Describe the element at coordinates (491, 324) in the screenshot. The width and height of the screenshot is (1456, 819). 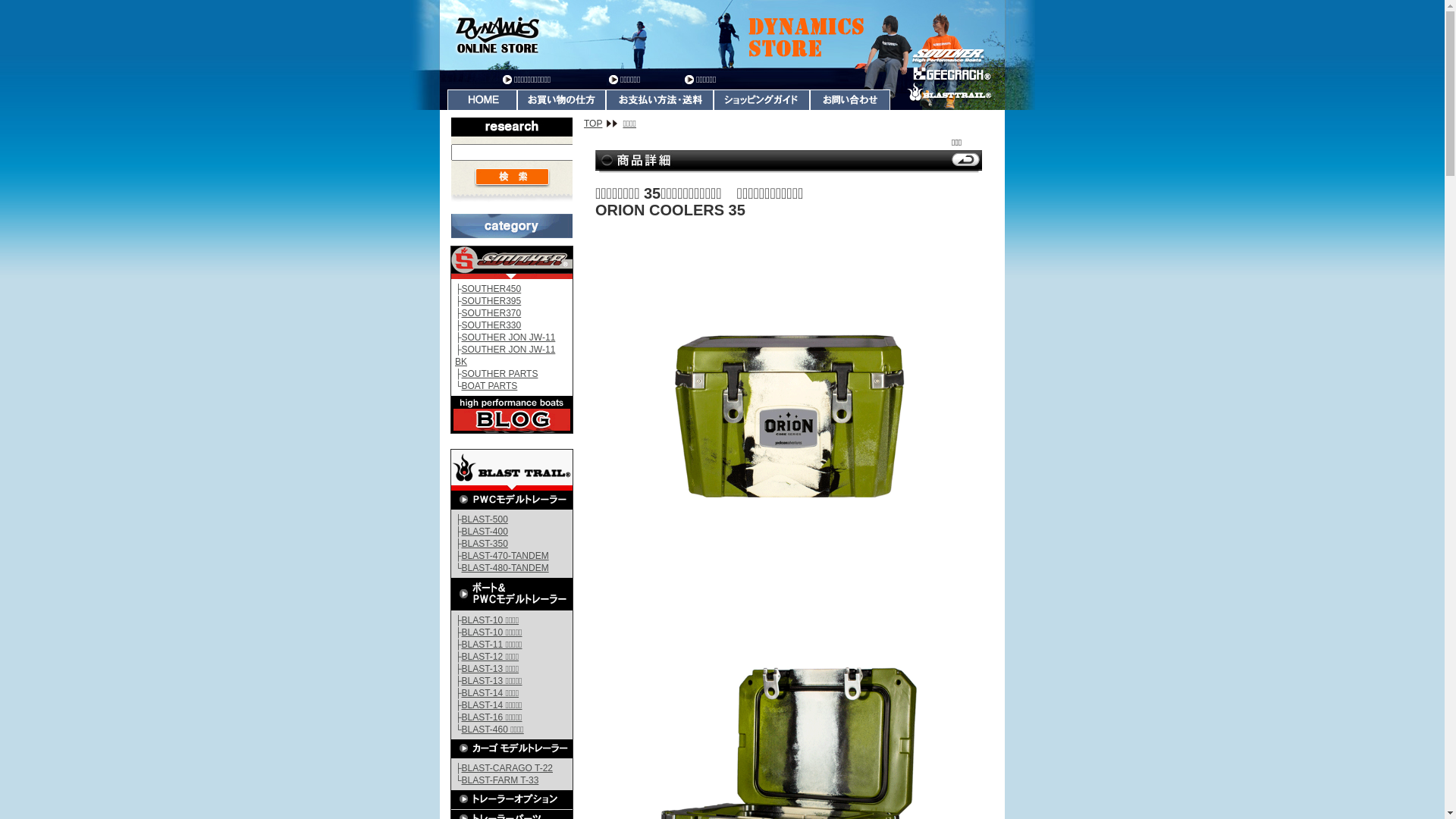
I see `'SOUTHER330'` at that location.